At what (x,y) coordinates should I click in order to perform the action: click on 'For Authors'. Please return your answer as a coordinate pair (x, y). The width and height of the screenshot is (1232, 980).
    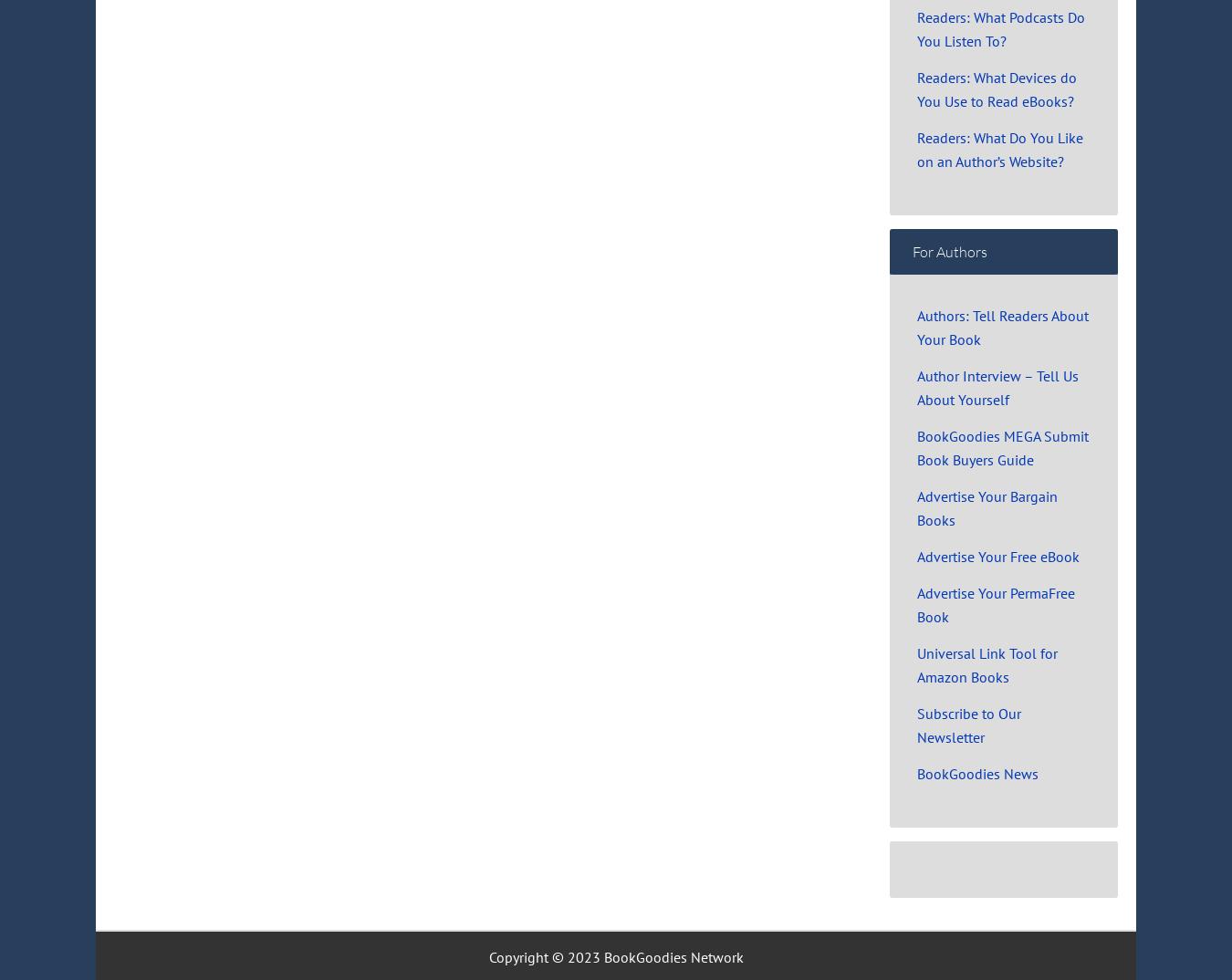
    Looking at the image, I should click on (949, 251).